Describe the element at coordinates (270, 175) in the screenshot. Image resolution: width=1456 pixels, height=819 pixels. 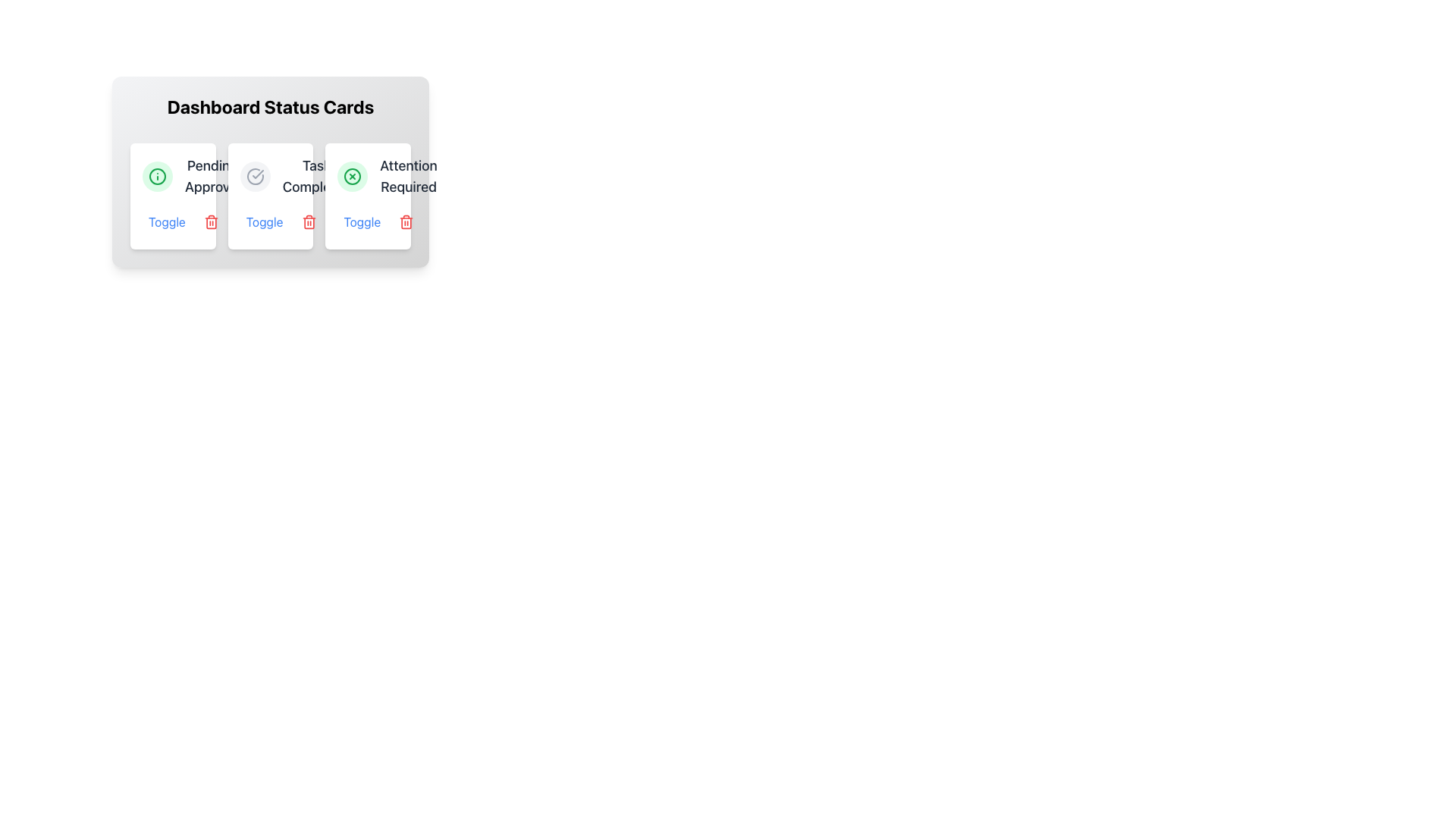
I see `the circular icon with a checkmark inside, located next to the bold text 'Task Completed'` at that location.